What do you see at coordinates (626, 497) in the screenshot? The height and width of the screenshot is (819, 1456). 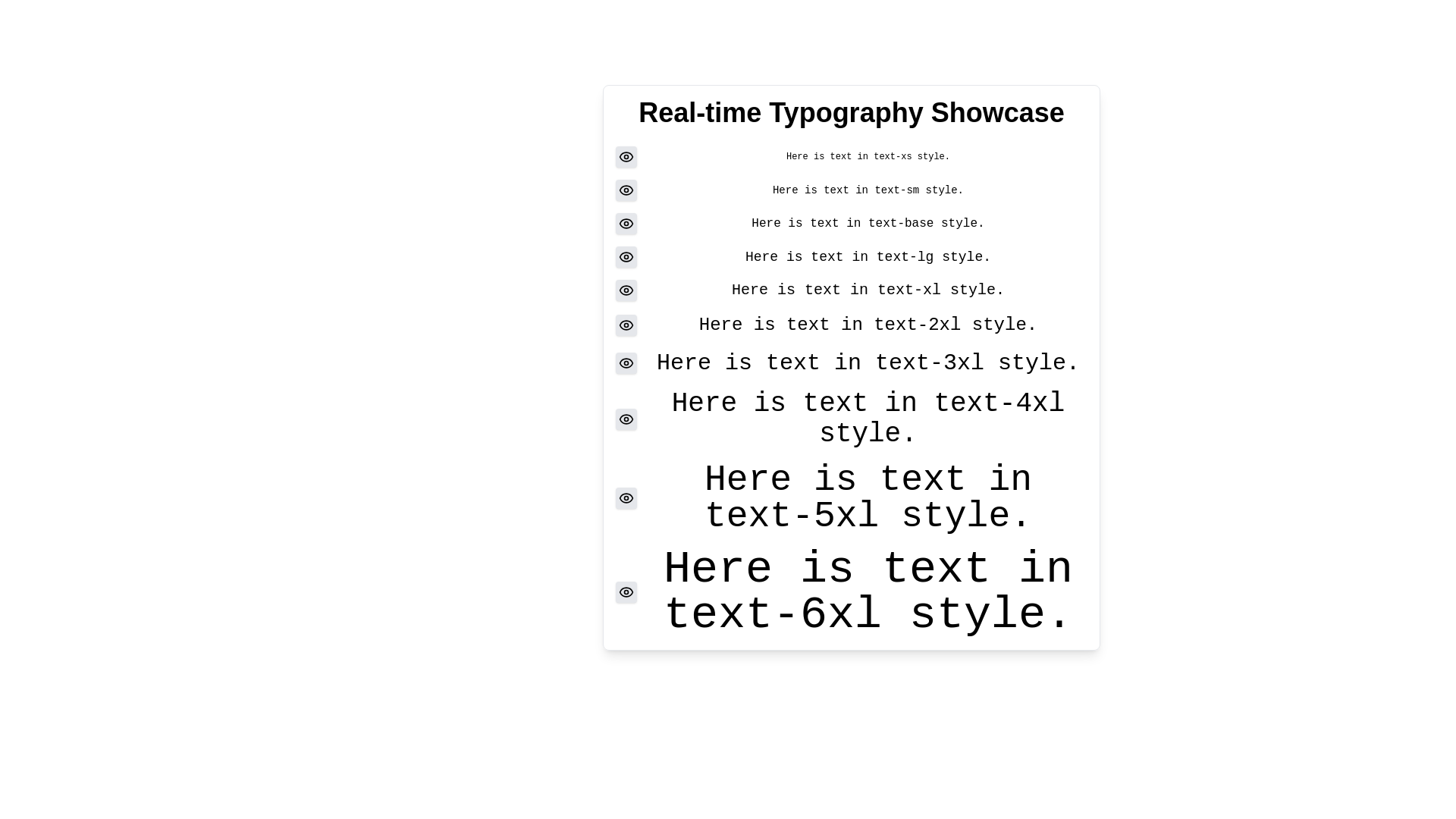 I see `the button with an eye icon located to the left of the text 'Here is text in text-5xl style.'` at bounding box center [626, 497].